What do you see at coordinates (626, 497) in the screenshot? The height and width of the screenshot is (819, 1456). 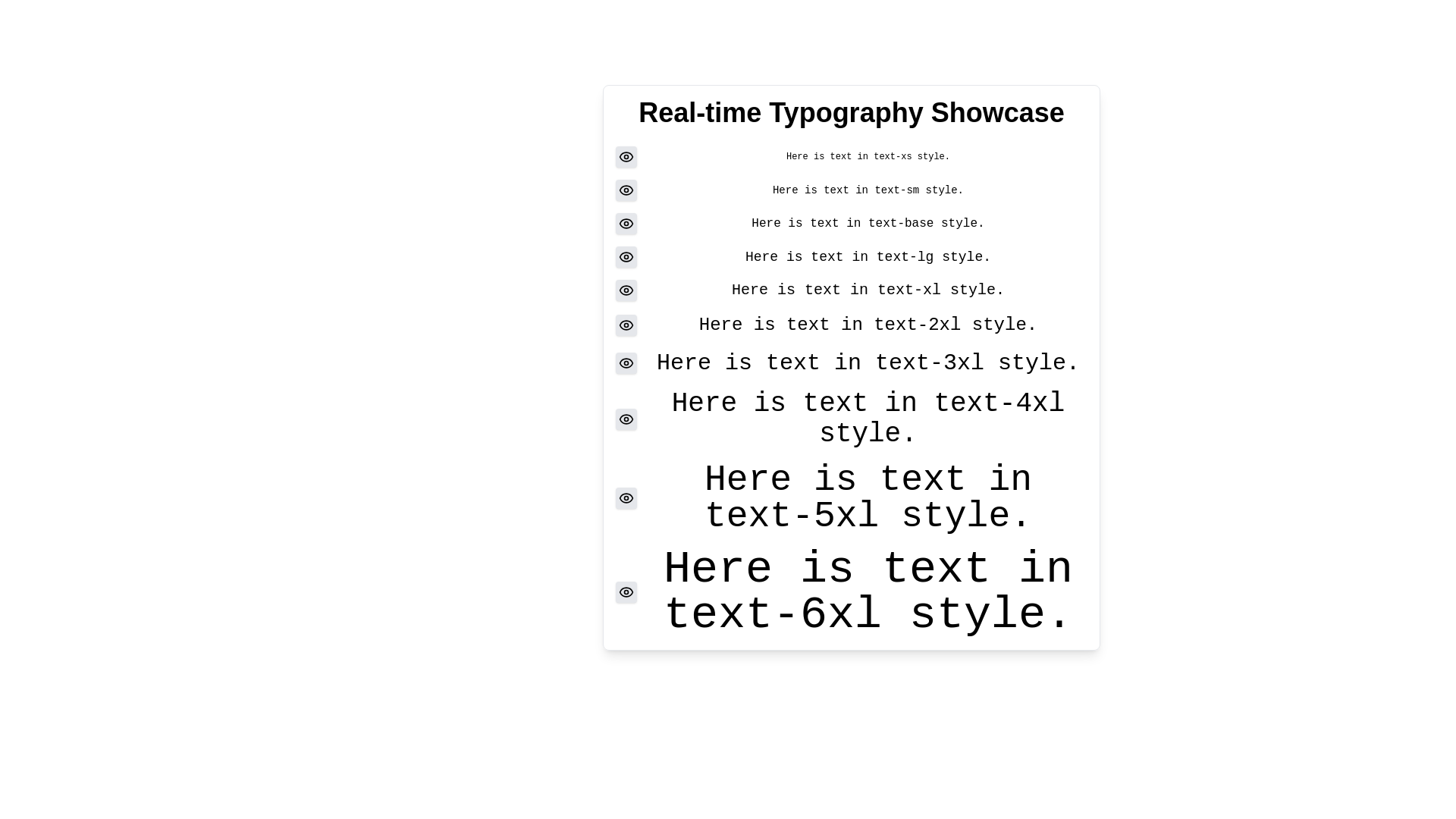 I see `the button with an eye icon located to the left of the text 'Here is text in text-5xl style.'` at bounding box center [626, 497].